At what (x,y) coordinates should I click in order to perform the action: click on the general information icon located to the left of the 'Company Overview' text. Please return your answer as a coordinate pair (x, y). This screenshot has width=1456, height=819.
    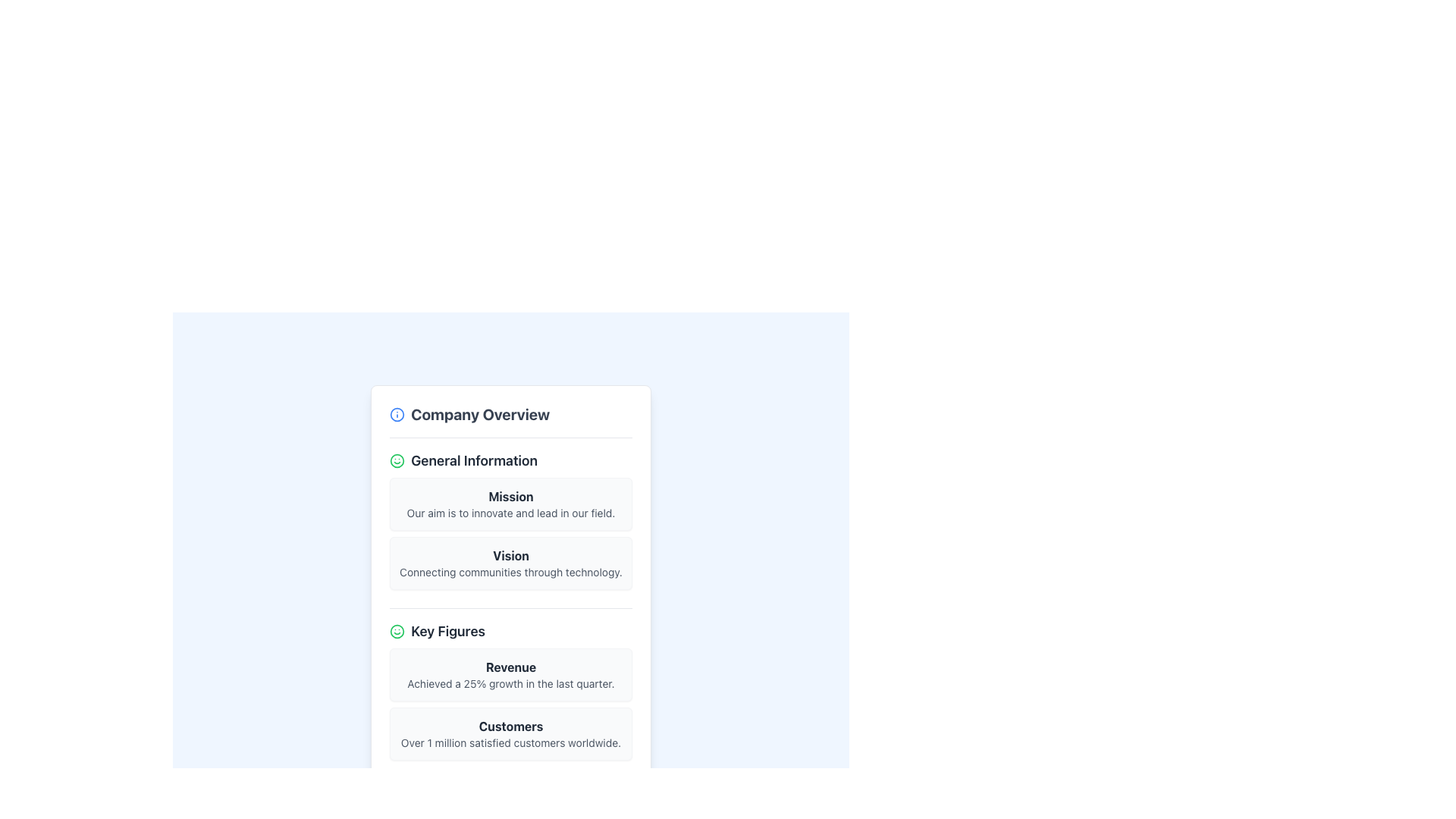
    Looking at the image, I should click on (397, 415).